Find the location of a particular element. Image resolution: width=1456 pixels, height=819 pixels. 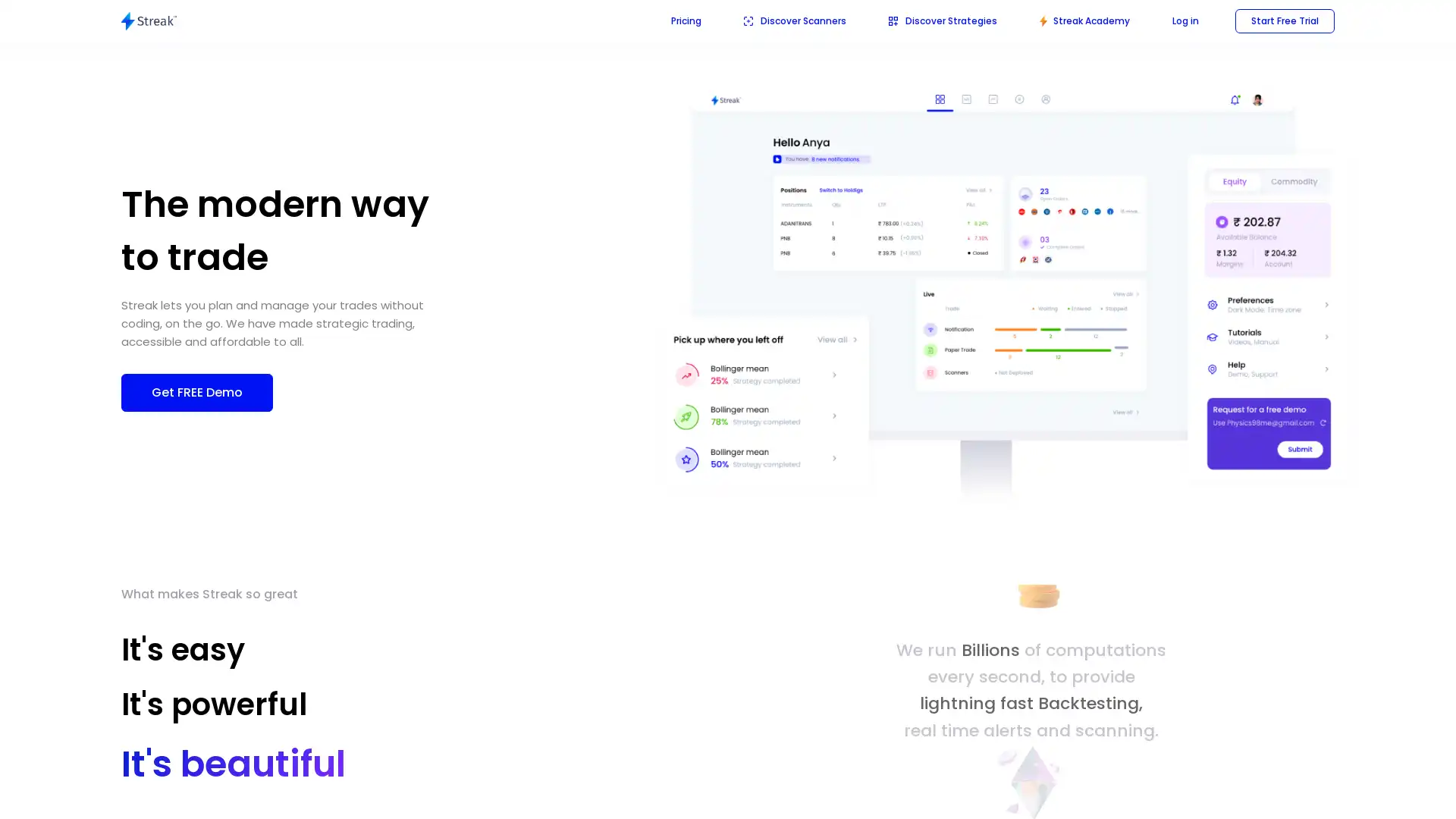

Discover Scanners is located at coordinates (794, 20).